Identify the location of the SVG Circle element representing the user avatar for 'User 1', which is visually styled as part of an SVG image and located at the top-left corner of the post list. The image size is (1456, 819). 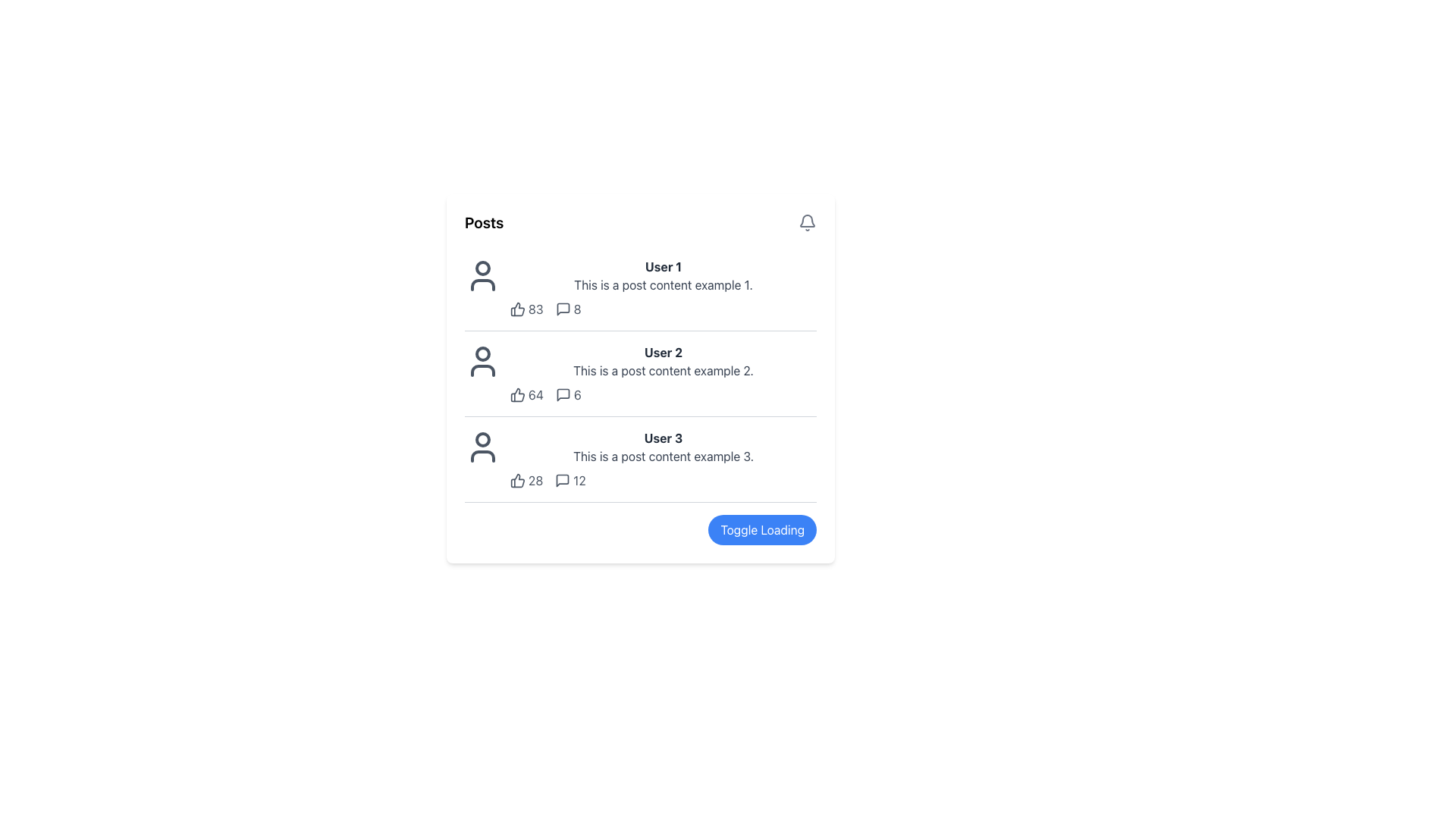
(482, 268).